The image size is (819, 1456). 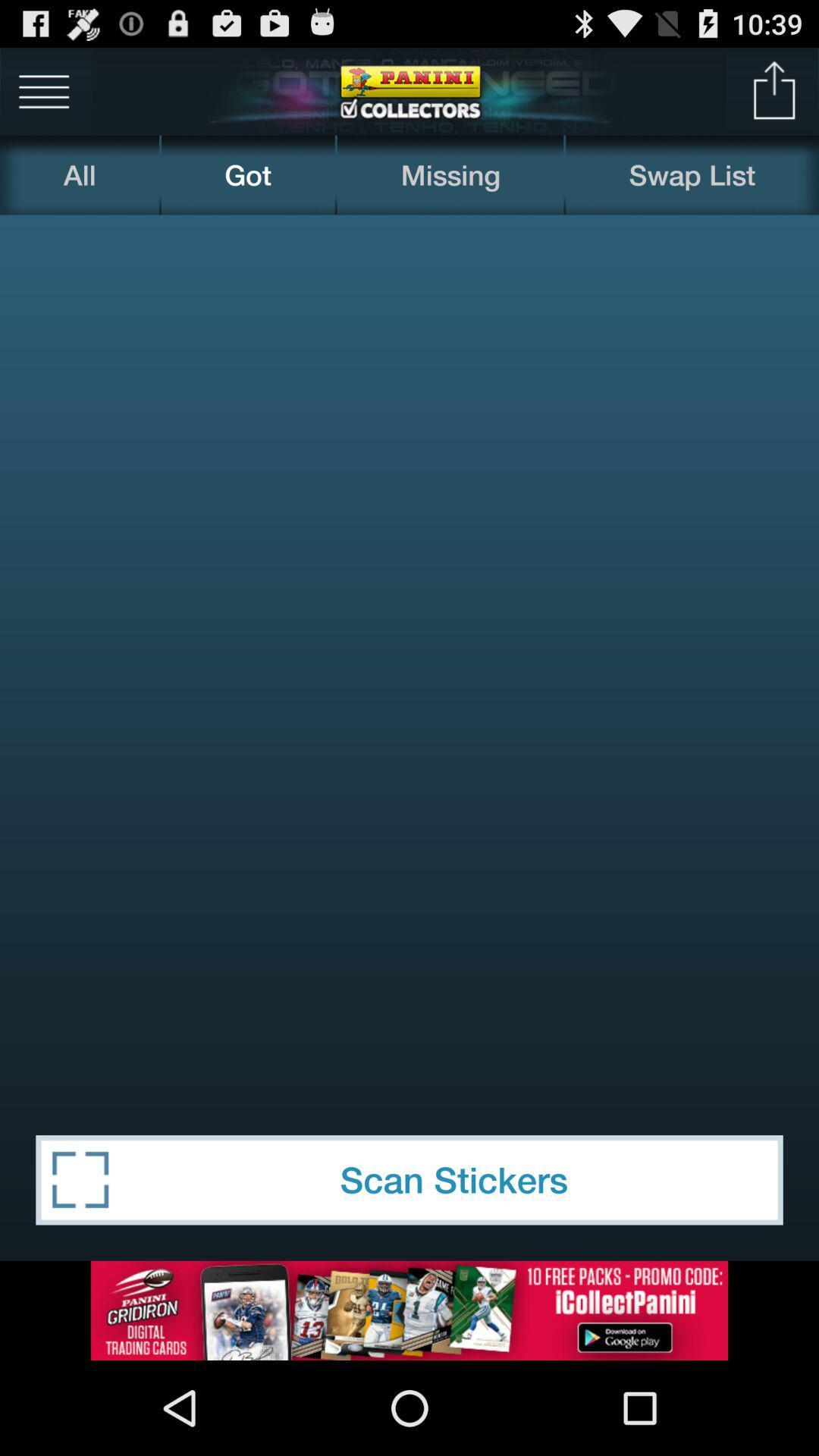 What do you see at coordinates (79, 174) in the screenshot?
I see `all` at bounding box center [79, 174].